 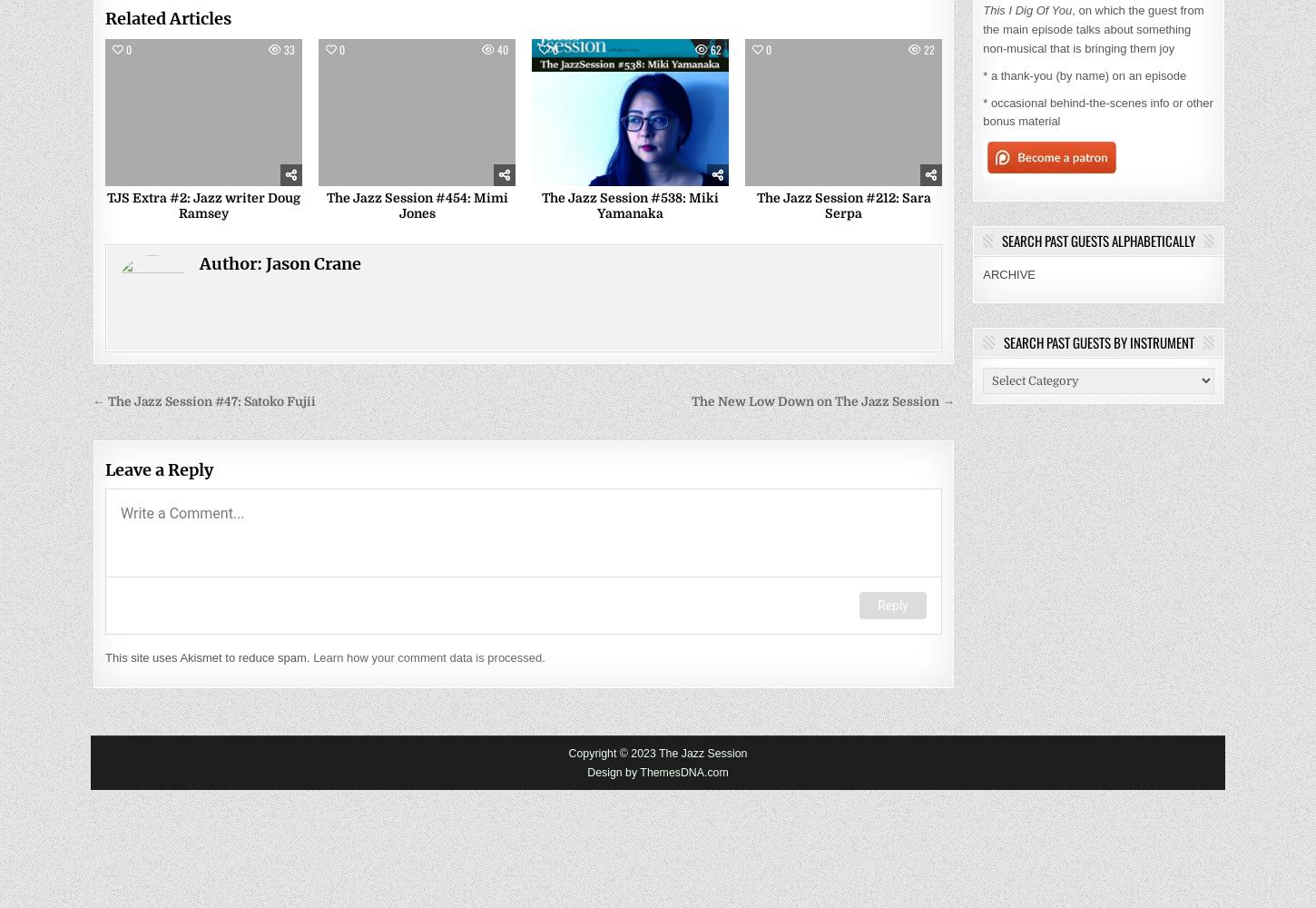 I want to click on '40', so click(x=496, y=48).